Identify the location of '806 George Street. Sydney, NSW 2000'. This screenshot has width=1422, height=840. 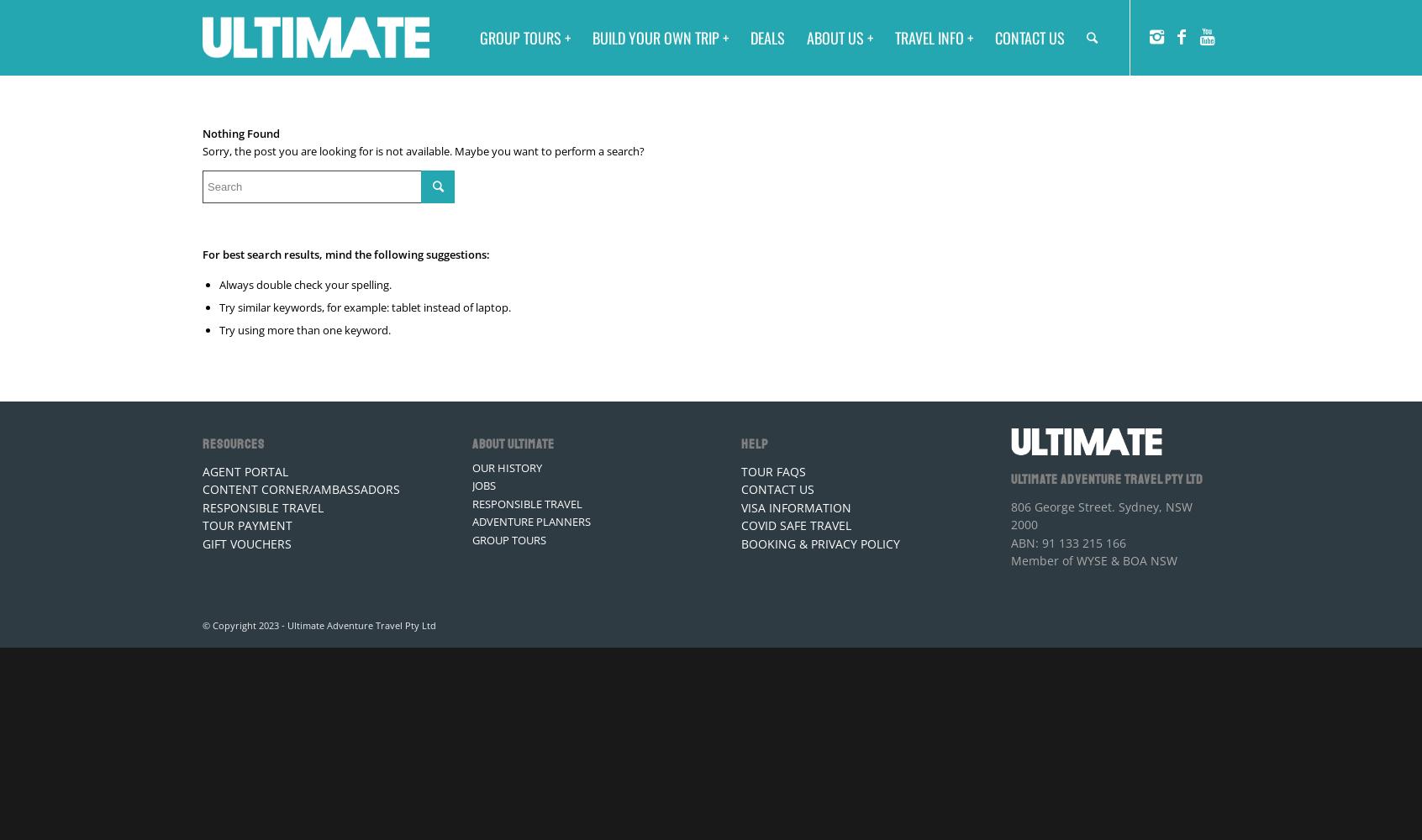
(1099, 514).